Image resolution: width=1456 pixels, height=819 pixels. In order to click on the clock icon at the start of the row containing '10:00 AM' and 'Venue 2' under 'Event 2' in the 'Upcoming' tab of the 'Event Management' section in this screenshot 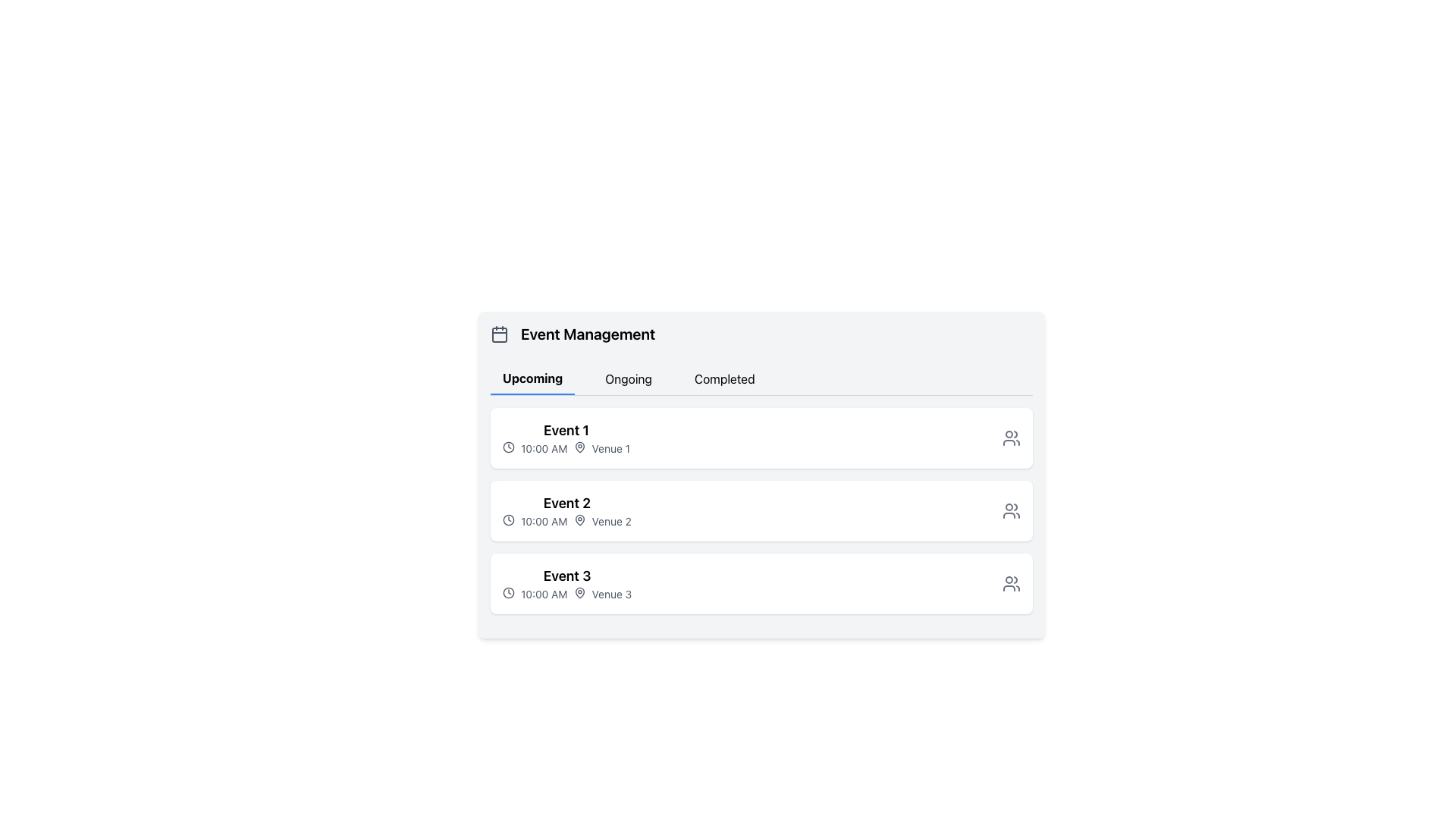, I will do `click(509, 519)`.